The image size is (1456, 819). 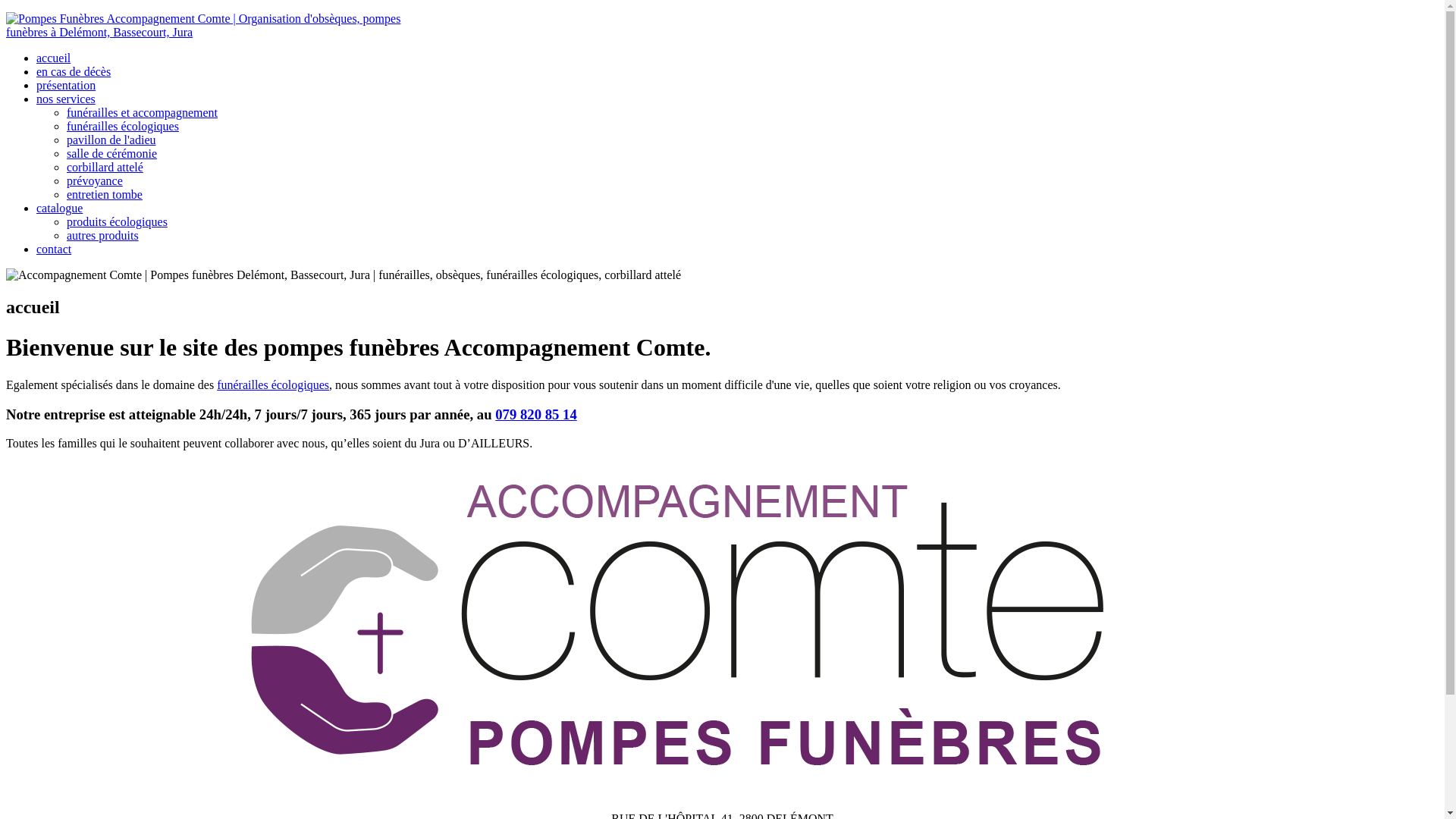 I want to click on 'catalogue', so click(x=59, y=208).